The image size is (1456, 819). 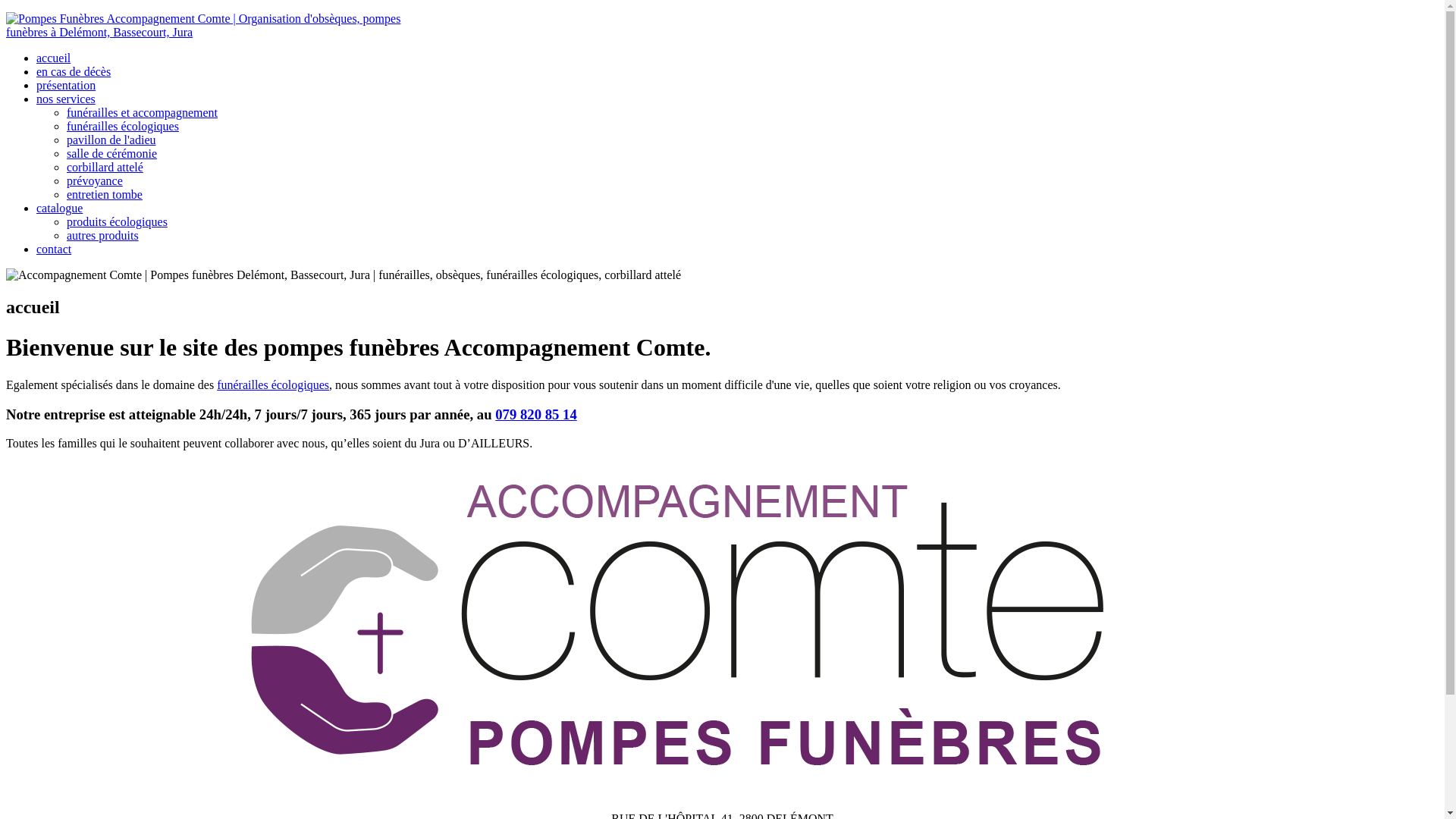 I want to click on 'catalogue', so click(x=59, y=208).